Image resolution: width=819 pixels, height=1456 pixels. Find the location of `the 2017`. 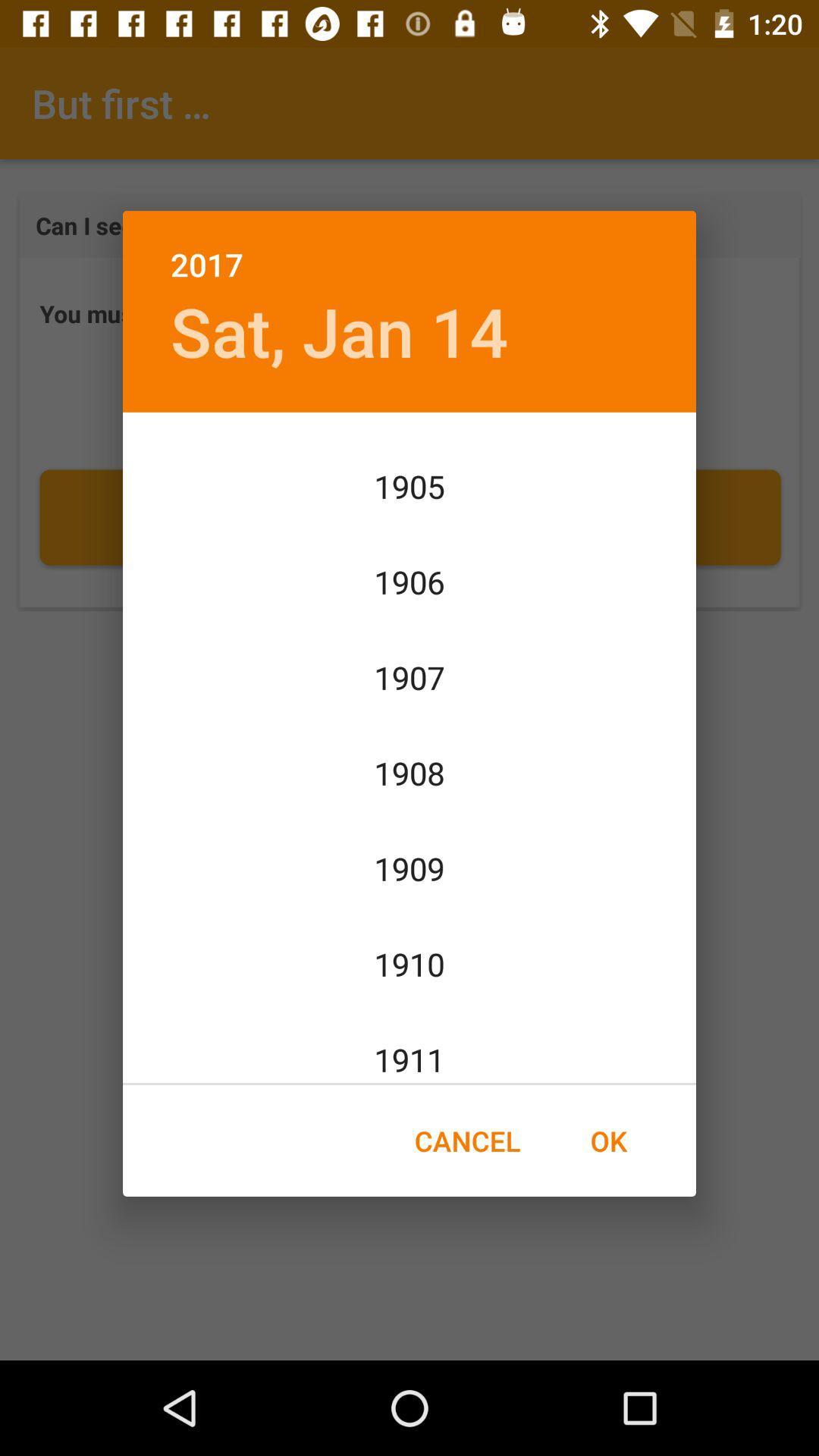

the 2017 is located at coordinates (409, 248).